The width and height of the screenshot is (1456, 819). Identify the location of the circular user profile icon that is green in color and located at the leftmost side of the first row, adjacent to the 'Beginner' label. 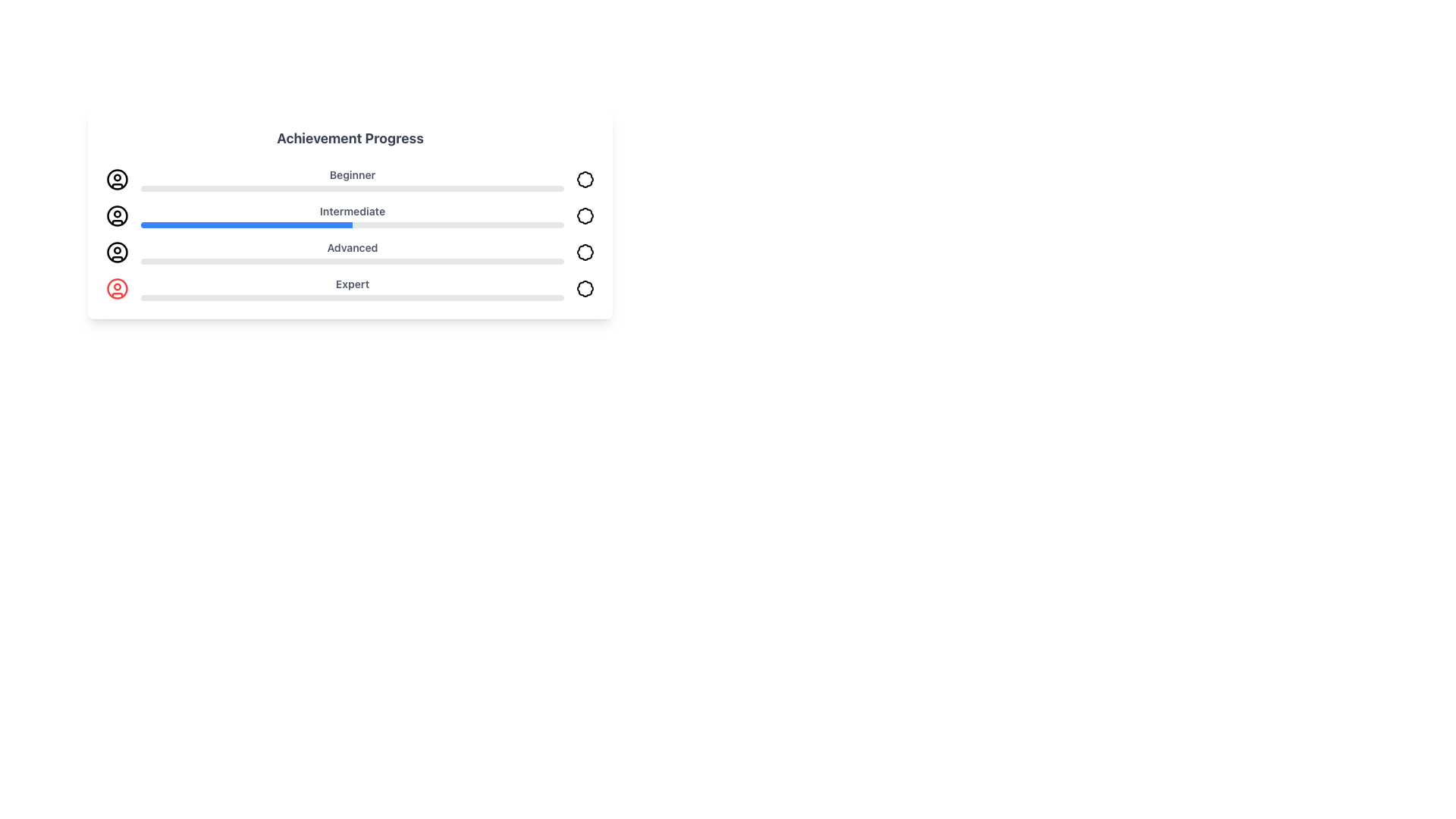
(116, 178).